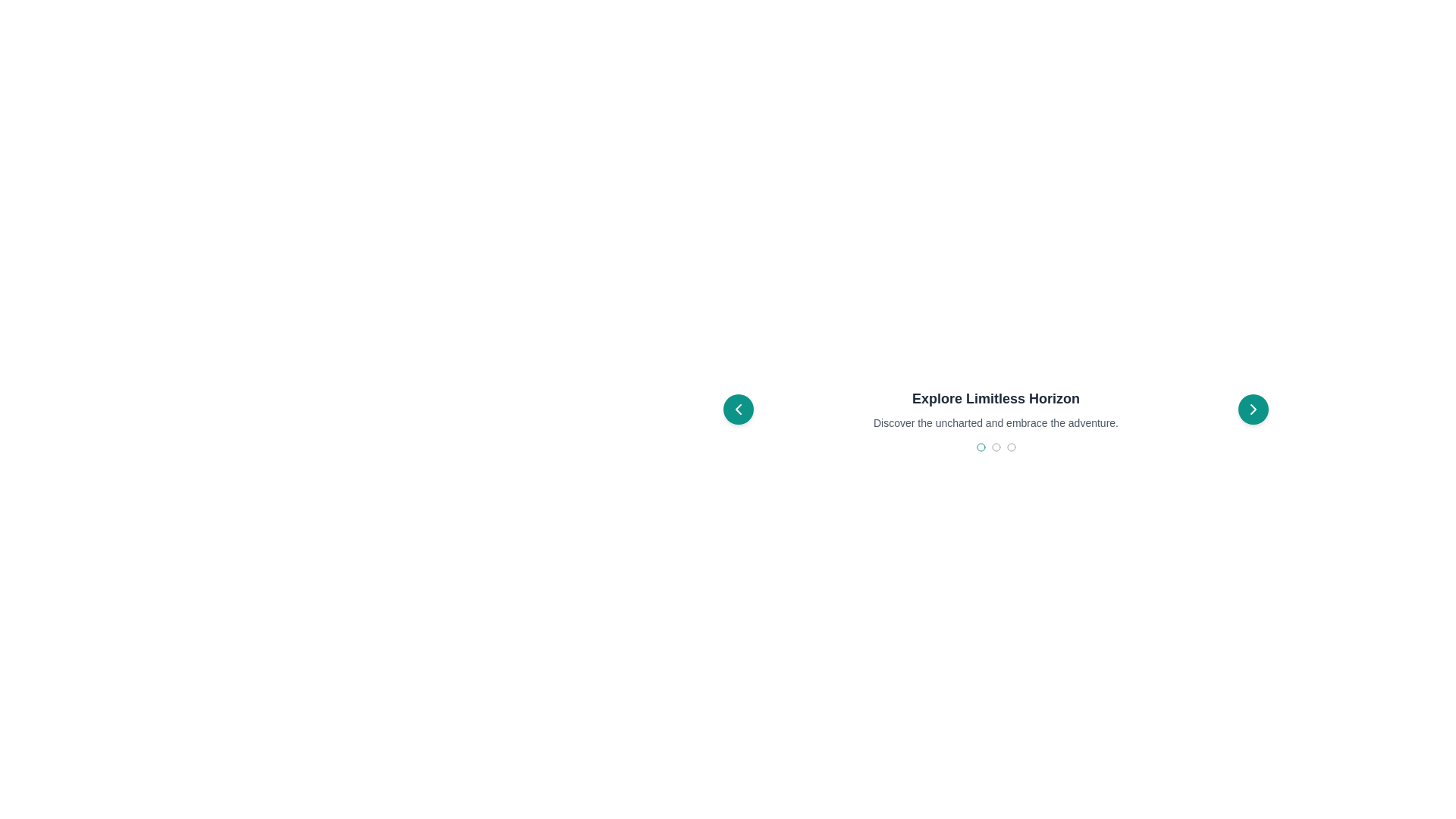 Image resolution: width=1456 pixels, height=819 pixels. What do you see at coordinates (996, 423) in the screenshot?
I see `text content element that displays 'Discover the uncharted and embrace the adventure.' which is styled in gray and positioned below the title 'Explore Limitless Horizon'` at bounding box center [996, 423].